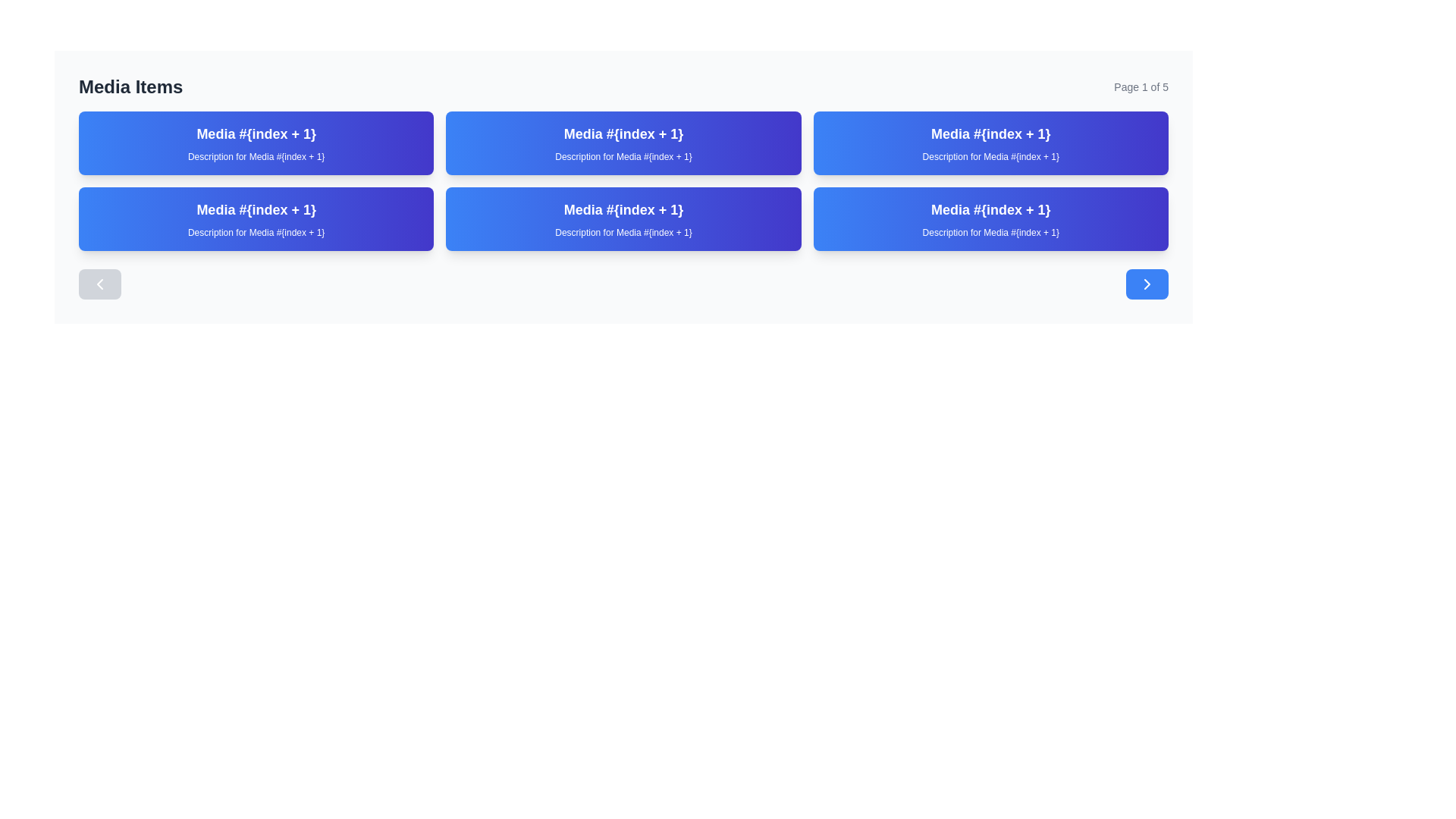  What do you see at coordinates (623, 133) in the screenshot?
I see `the text label that uniquely identifies the media card with placeholder text 'Media #{index + 1}', located in the top row, second card from the left of a grid layout` at bounding box center [623, 133].